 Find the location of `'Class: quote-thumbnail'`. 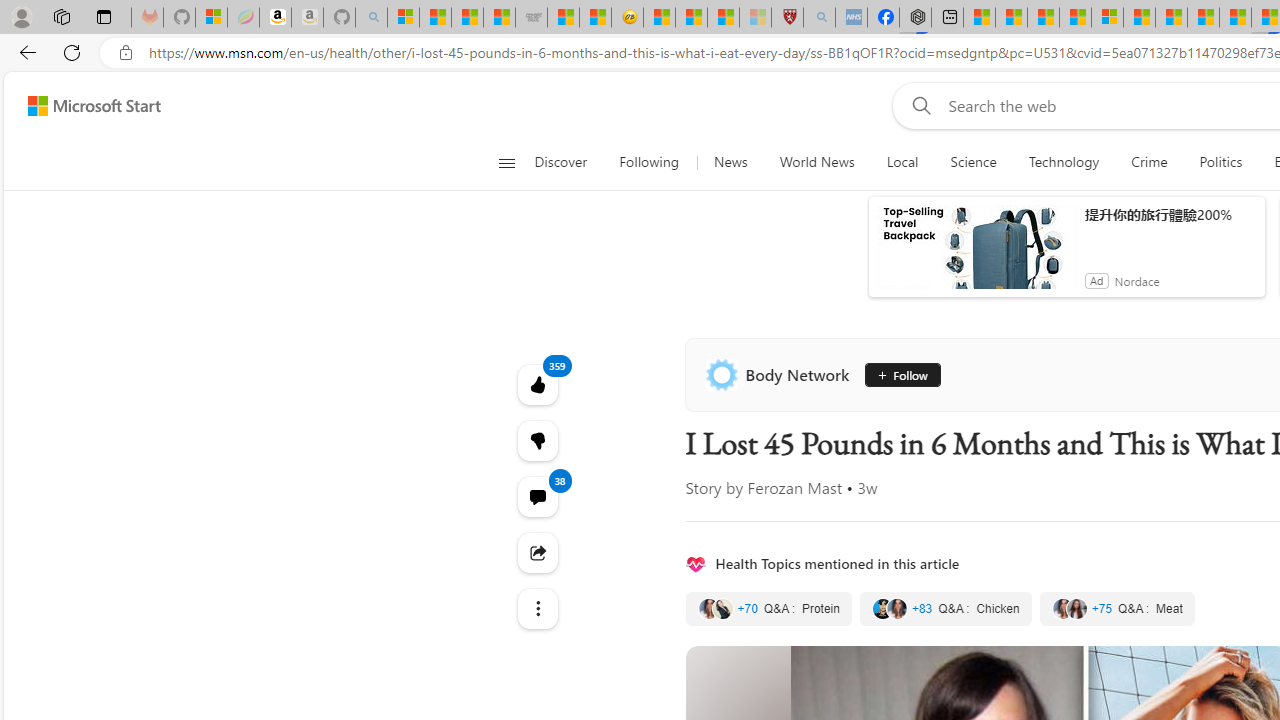

'Class: quote-thumbnail' is located at coordinates (1075, 608).